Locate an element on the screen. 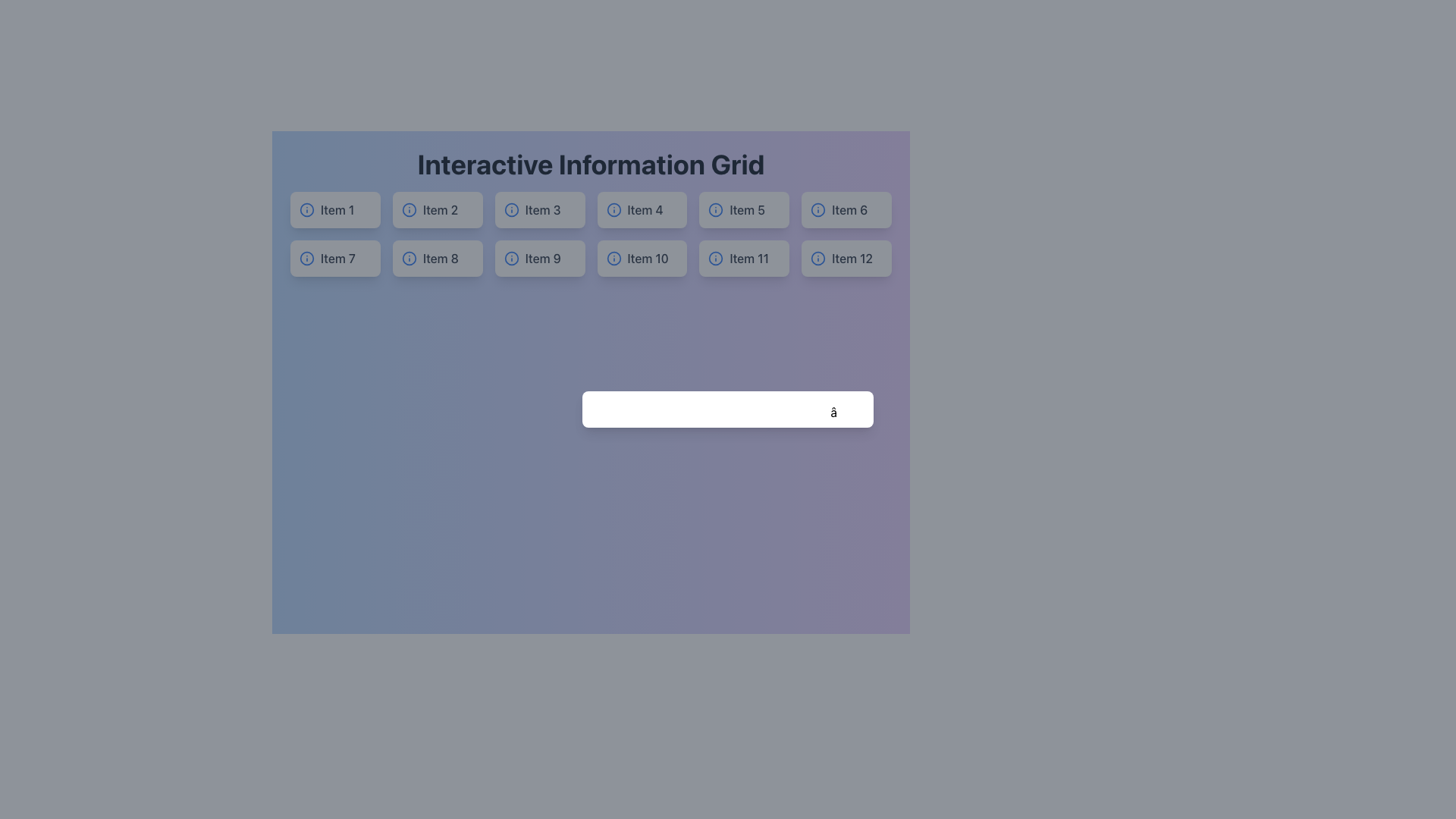 The image size is (1456, 819). the decorative SVG circle that forms the border of the 'info' icon within the 'Item 9' button located in the second row and third column of the grid layout is located at coordinates (511, 257).